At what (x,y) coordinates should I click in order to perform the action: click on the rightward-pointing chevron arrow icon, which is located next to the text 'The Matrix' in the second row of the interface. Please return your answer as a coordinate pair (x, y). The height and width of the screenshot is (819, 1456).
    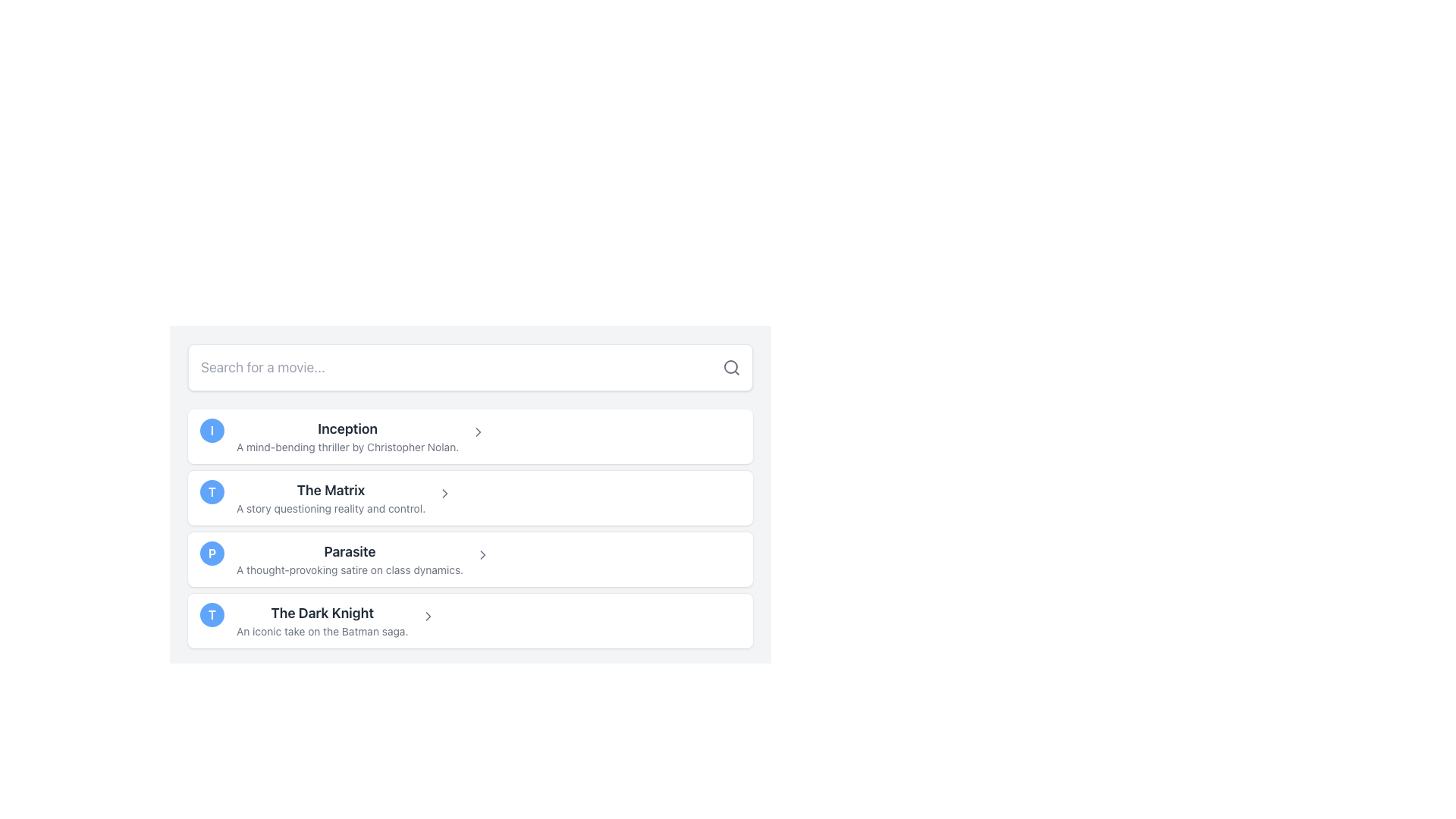
    Looking at the image, I should click on (444, 494).